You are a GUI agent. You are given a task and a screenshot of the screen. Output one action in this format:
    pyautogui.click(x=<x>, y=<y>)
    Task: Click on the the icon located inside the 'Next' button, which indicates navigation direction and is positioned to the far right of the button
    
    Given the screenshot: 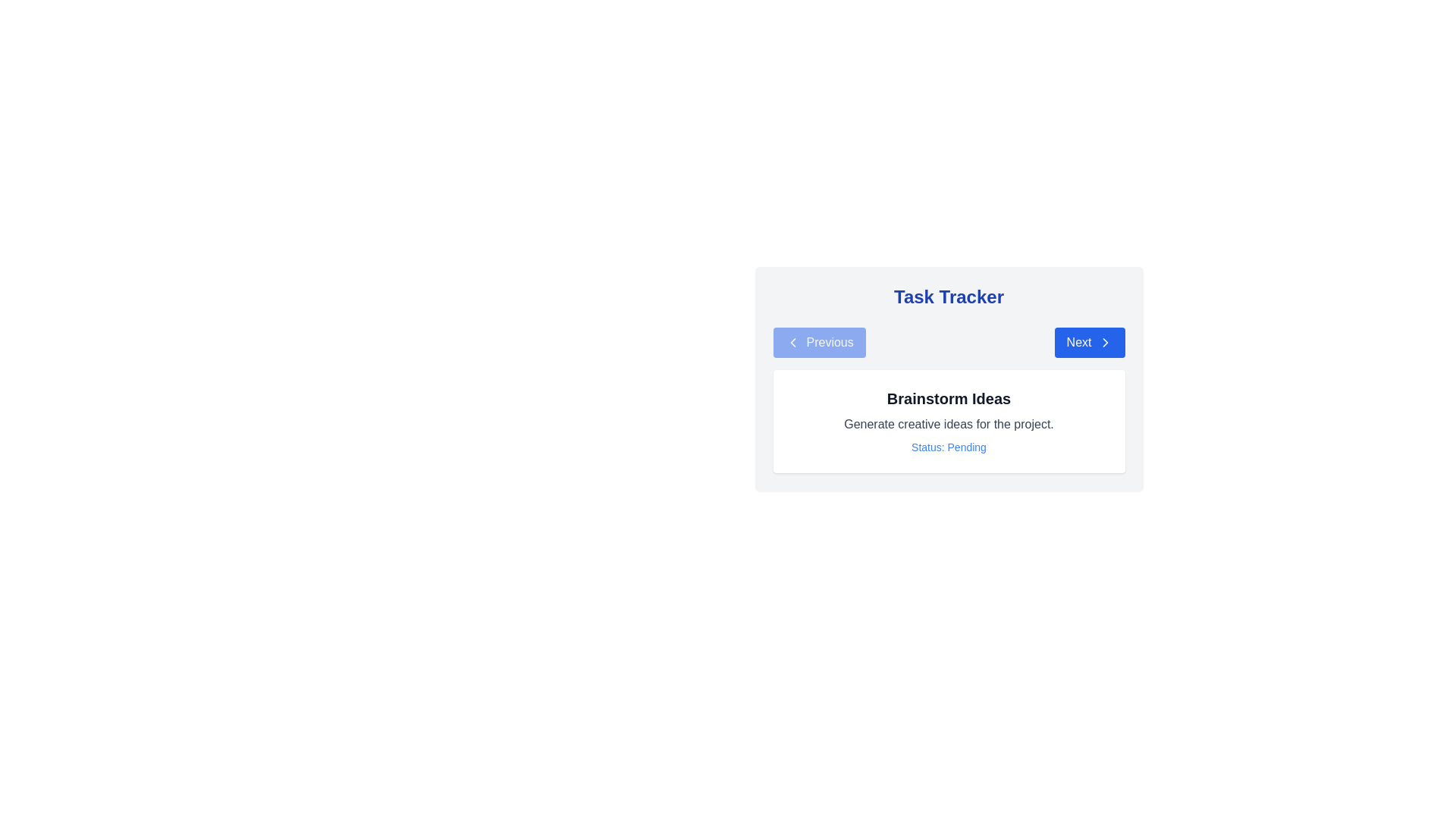 What is the action you would take?
    pyautogui.click(x=1105, y=342)
    